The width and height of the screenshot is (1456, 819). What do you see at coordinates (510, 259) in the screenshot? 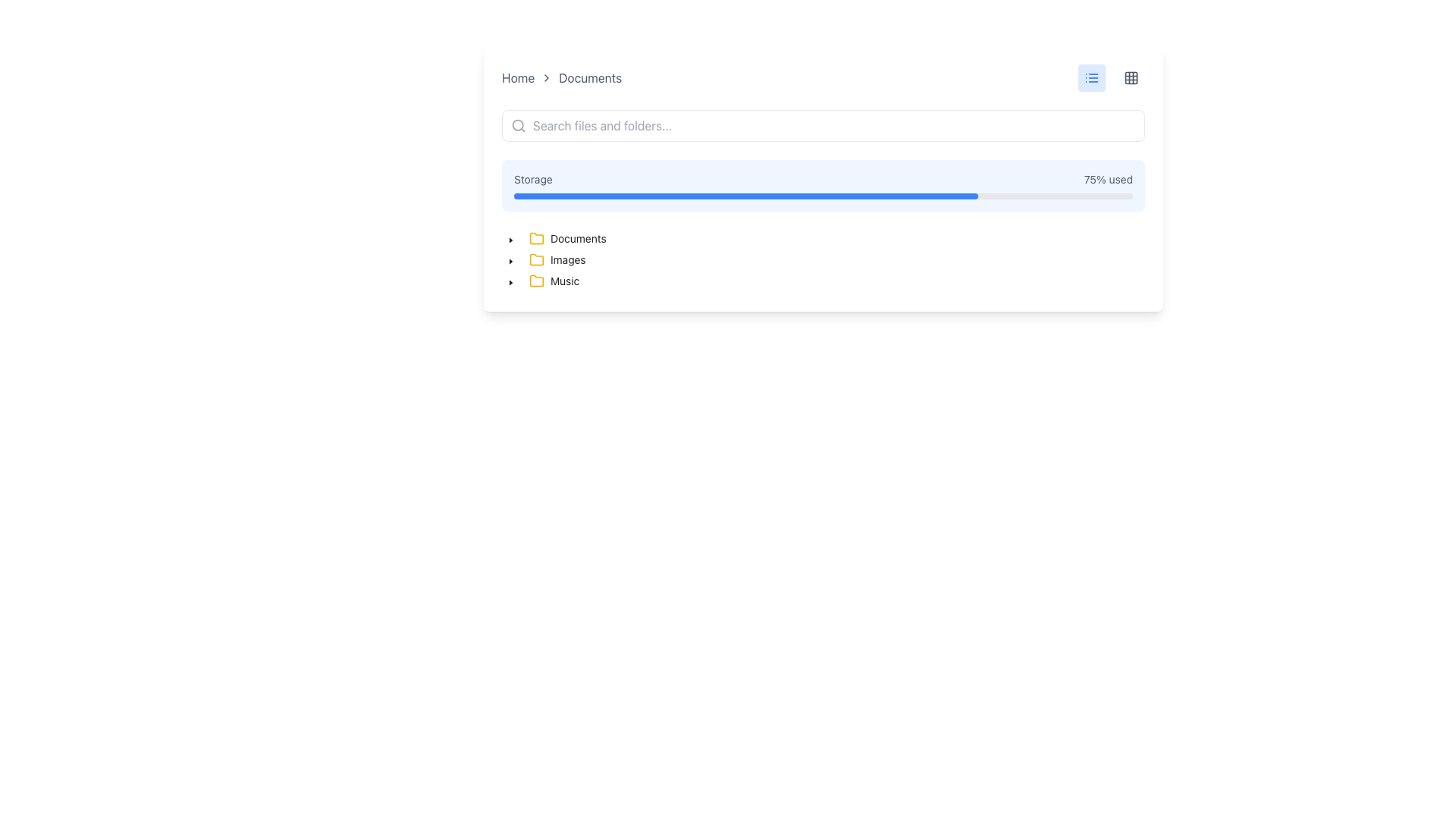
I see `the Disclosure Triangle icon located to the left of the 'Images' folder in the tree structure` at bounding box center [510, 259].